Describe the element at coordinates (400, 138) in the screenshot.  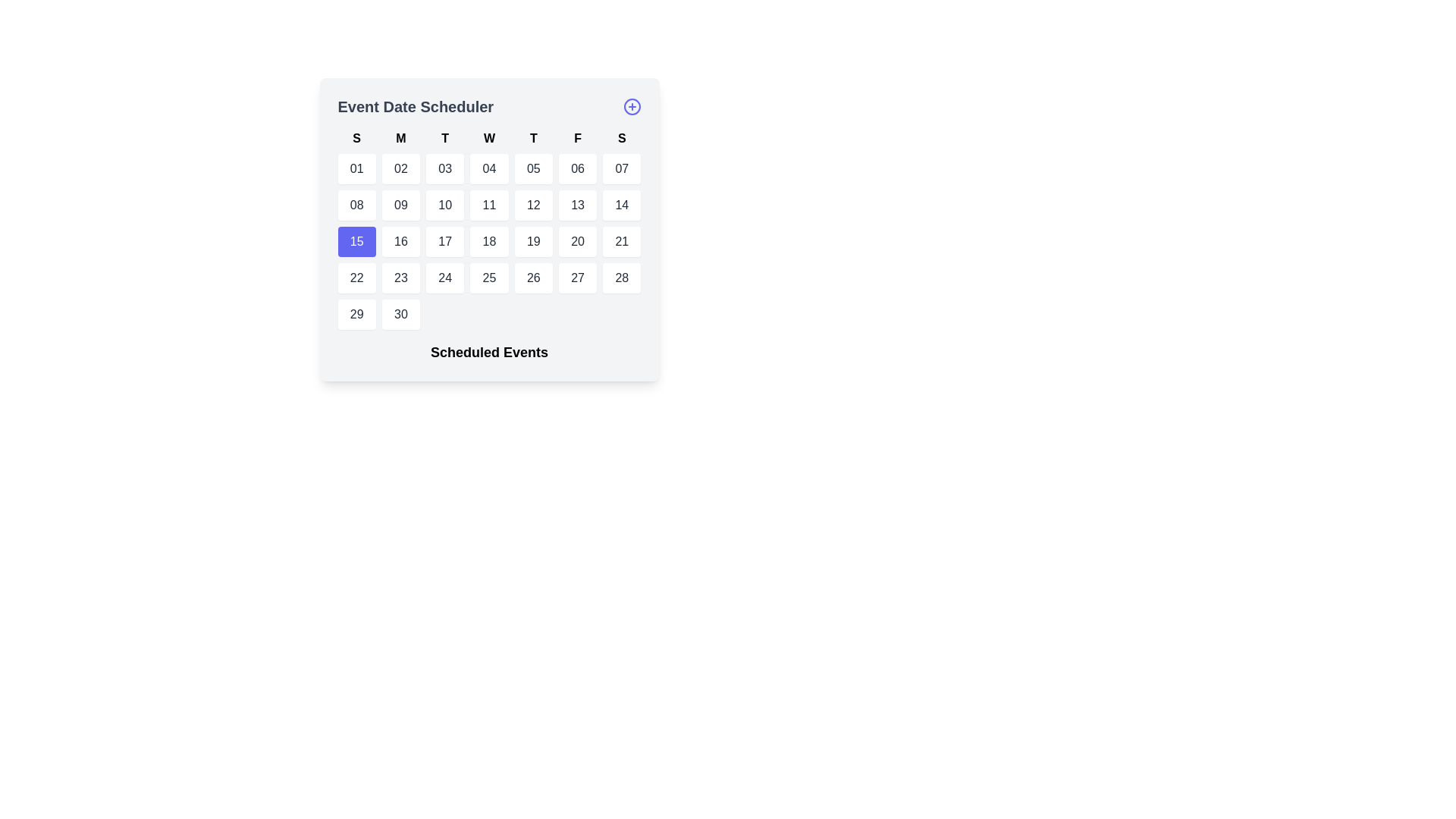
I see `the static text label 'M' which represents Monday in the calendar's weekly day header, located as the second cell in the topmost row of the grid layout` at that location.